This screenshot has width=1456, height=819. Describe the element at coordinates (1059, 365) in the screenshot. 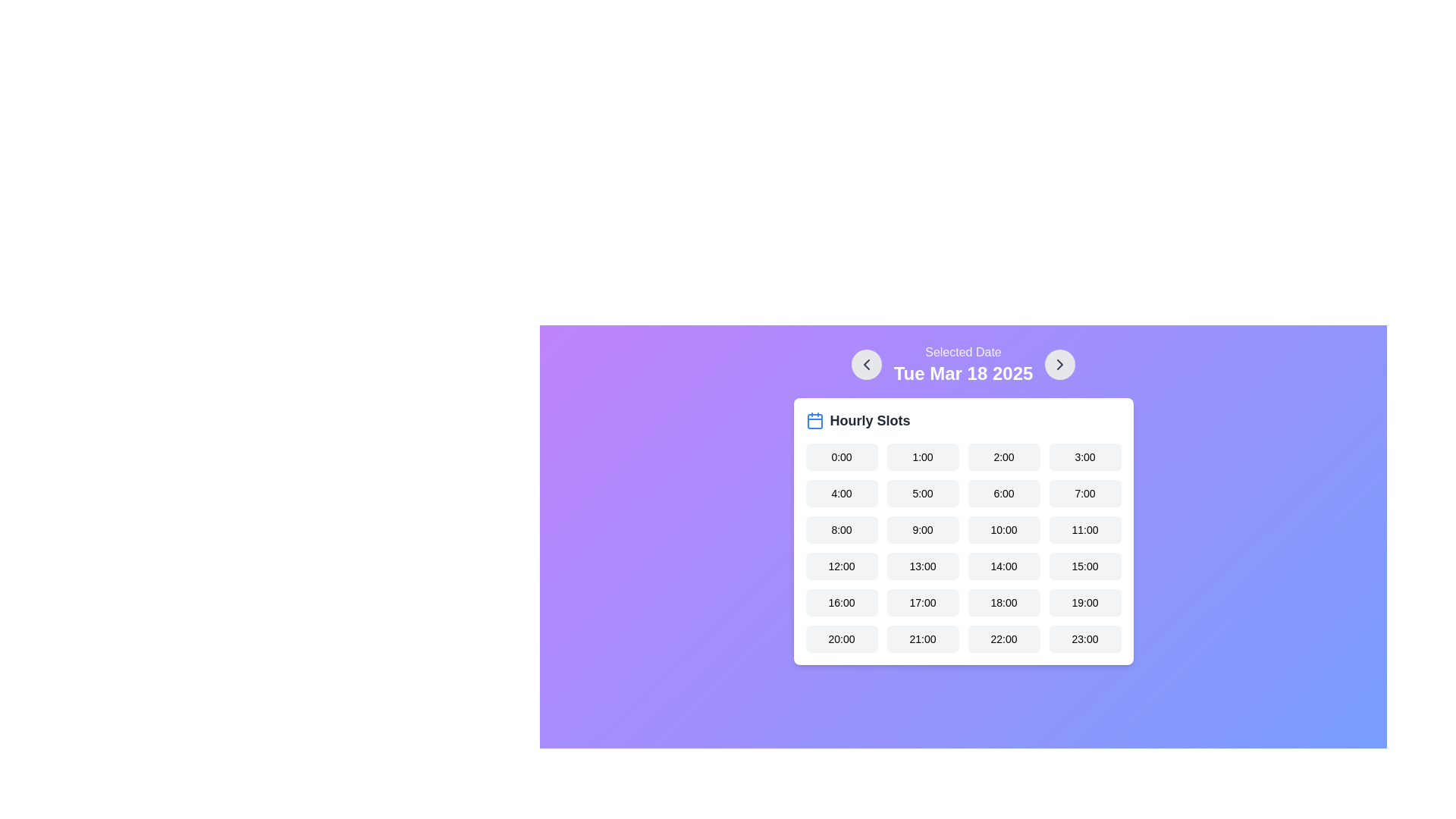

I see `the right navigation chevron icon located in the upper section of the interface adjacent to the date label` at that location.